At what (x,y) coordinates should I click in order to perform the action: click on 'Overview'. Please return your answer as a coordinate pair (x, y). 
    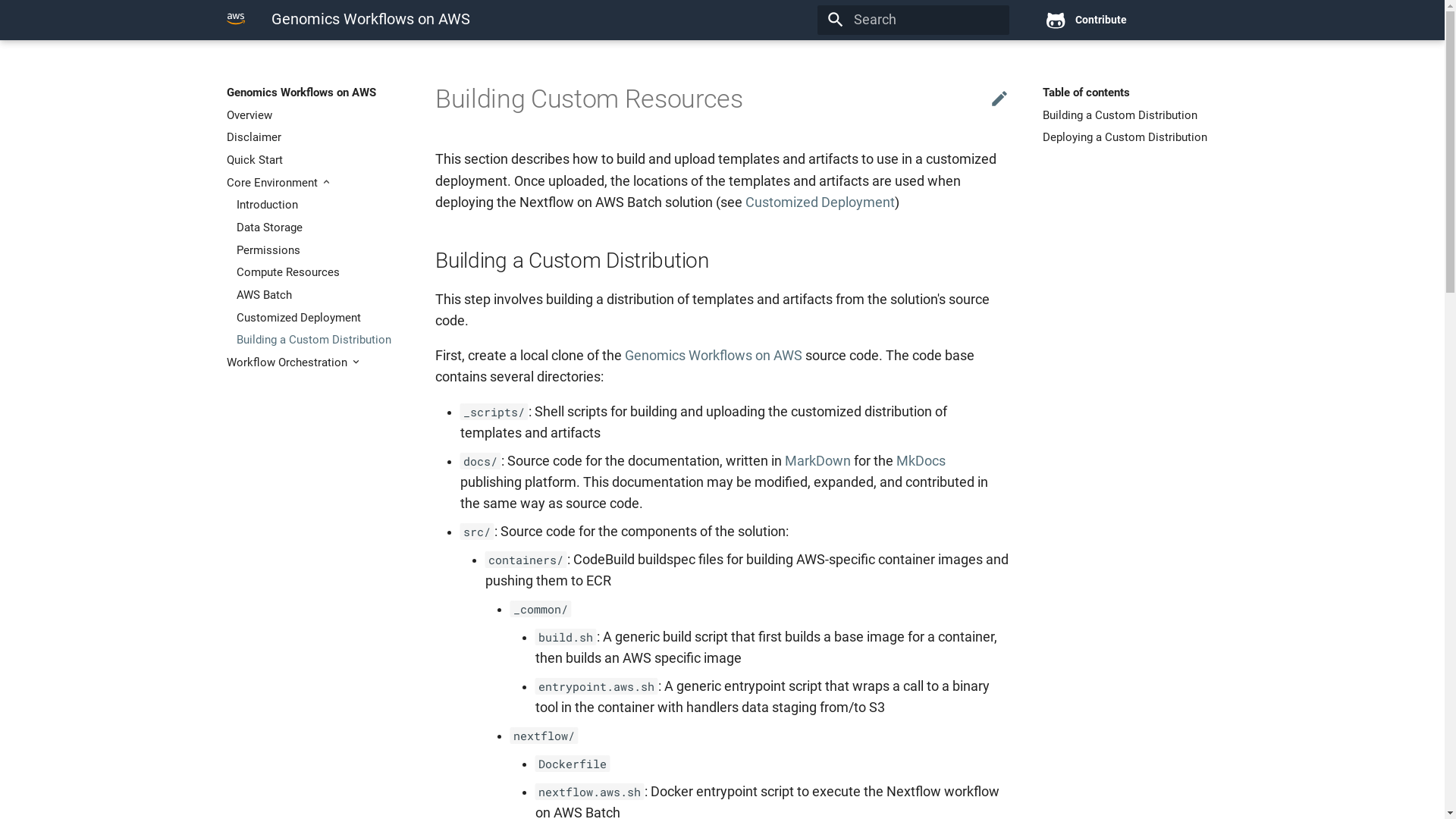
    Looking at the image, I should click on (313, 114).